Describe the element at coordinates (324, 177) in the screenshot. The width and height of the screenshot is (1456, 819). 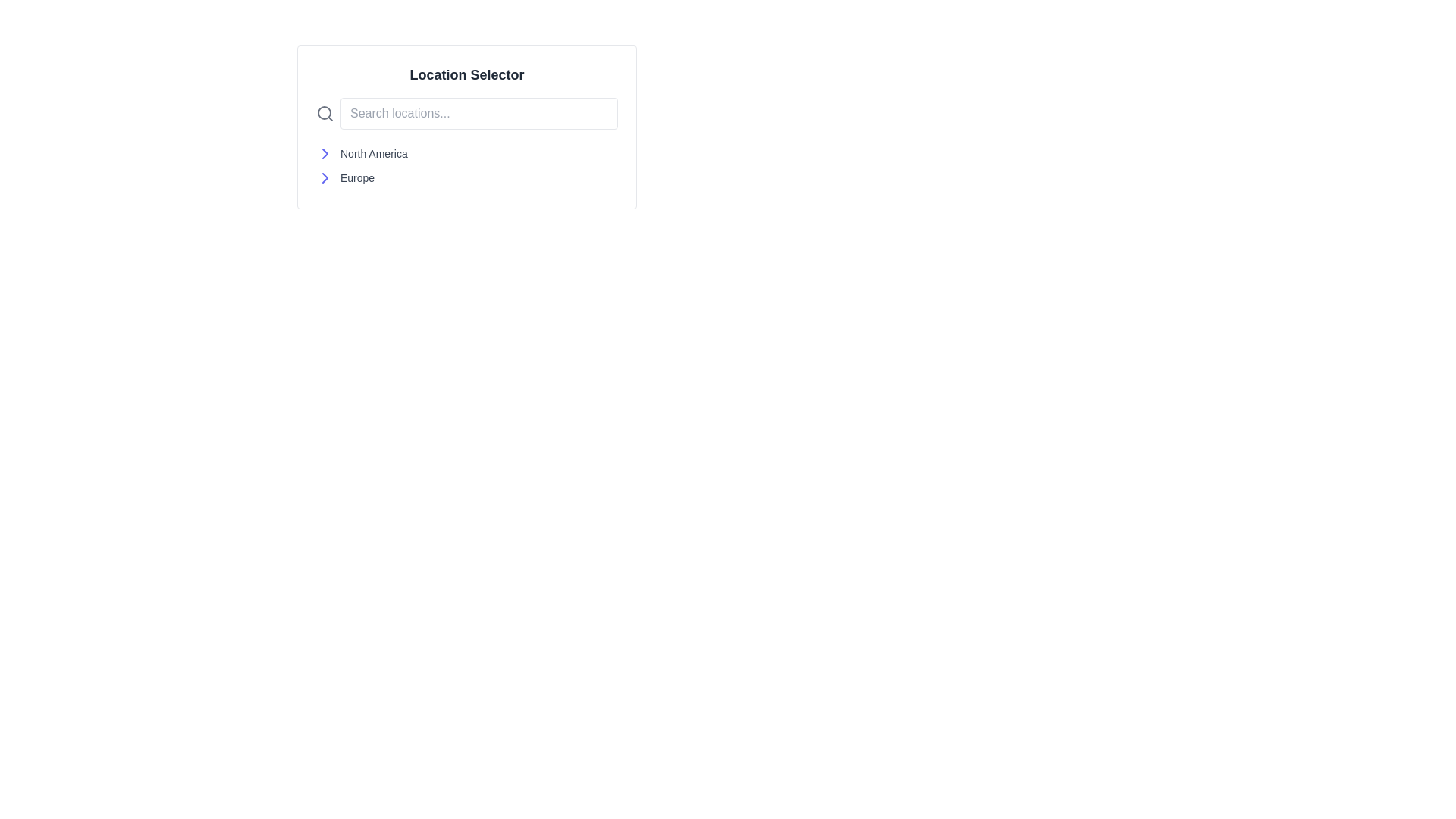
I see `the associated 'Europe' text by clicking on its linked Chevron Icon, which indicates navigation to a sub-section related to 'Europe'` at that location.